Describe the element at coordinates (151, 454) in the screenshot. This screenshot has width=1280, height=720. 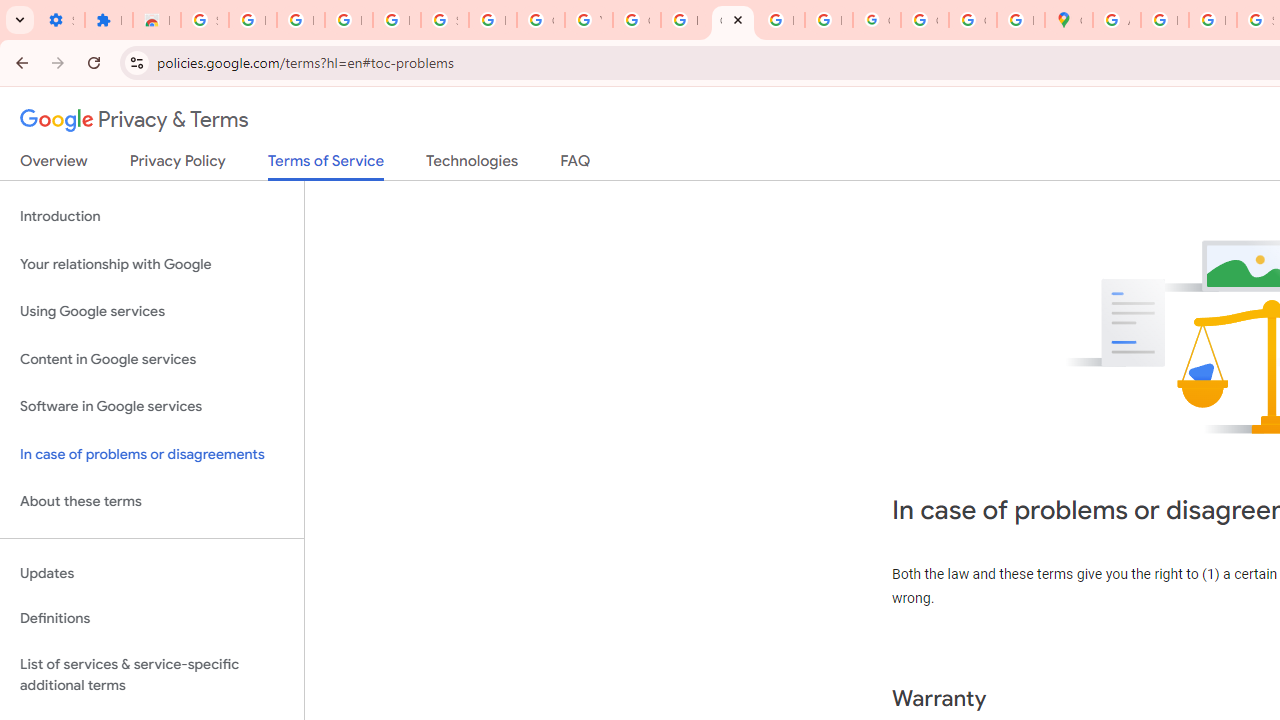
I see `'In case of problems or disagreements'` at that location.